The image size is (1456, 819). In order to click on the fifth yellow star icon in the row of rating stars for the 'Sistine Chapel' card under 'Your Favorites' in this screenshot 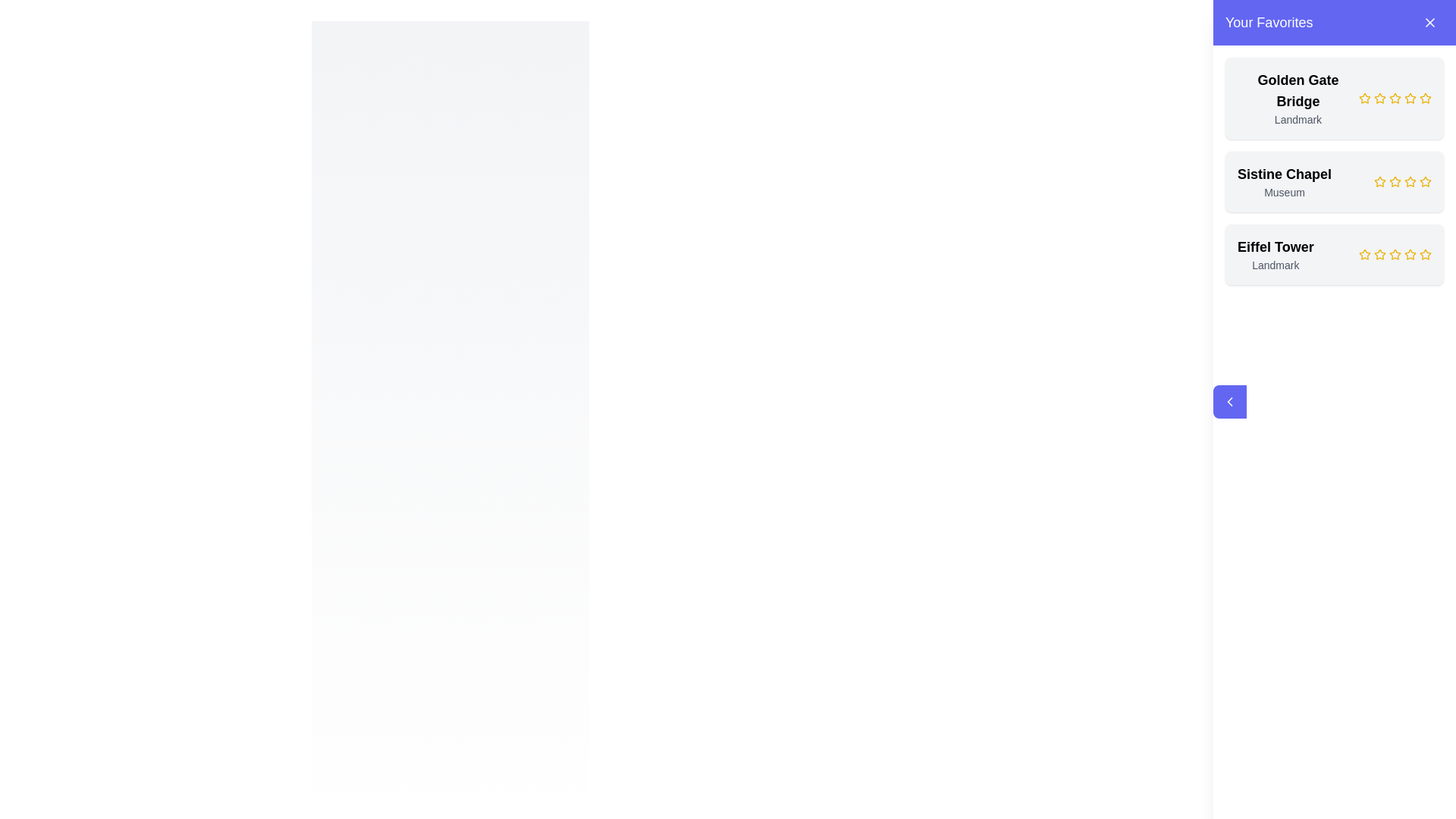, I will do `click(1410, 180)`.